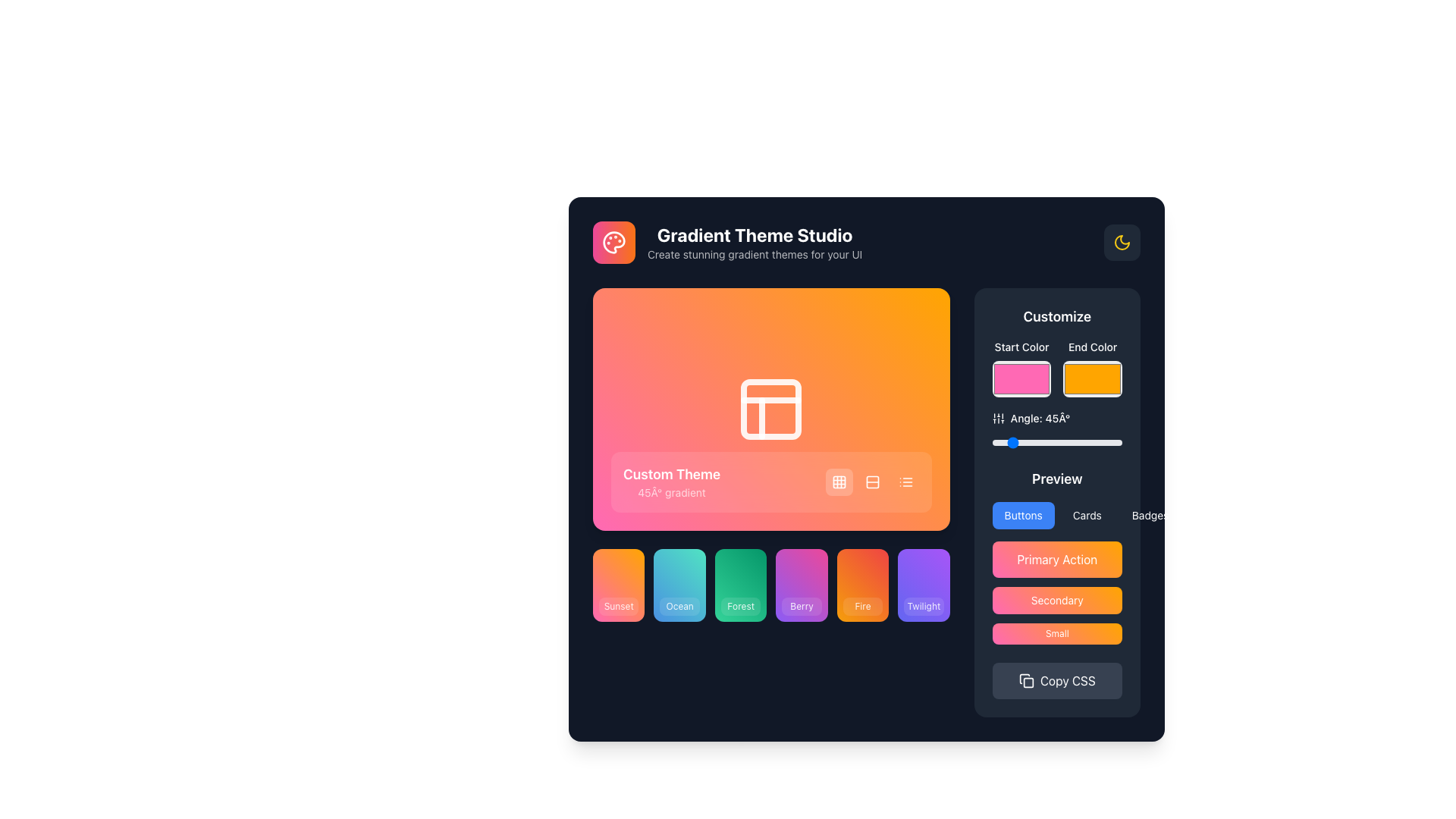  Describe the element at coordinates (1023, 442) in the screenshot. I see `angle` at that location.